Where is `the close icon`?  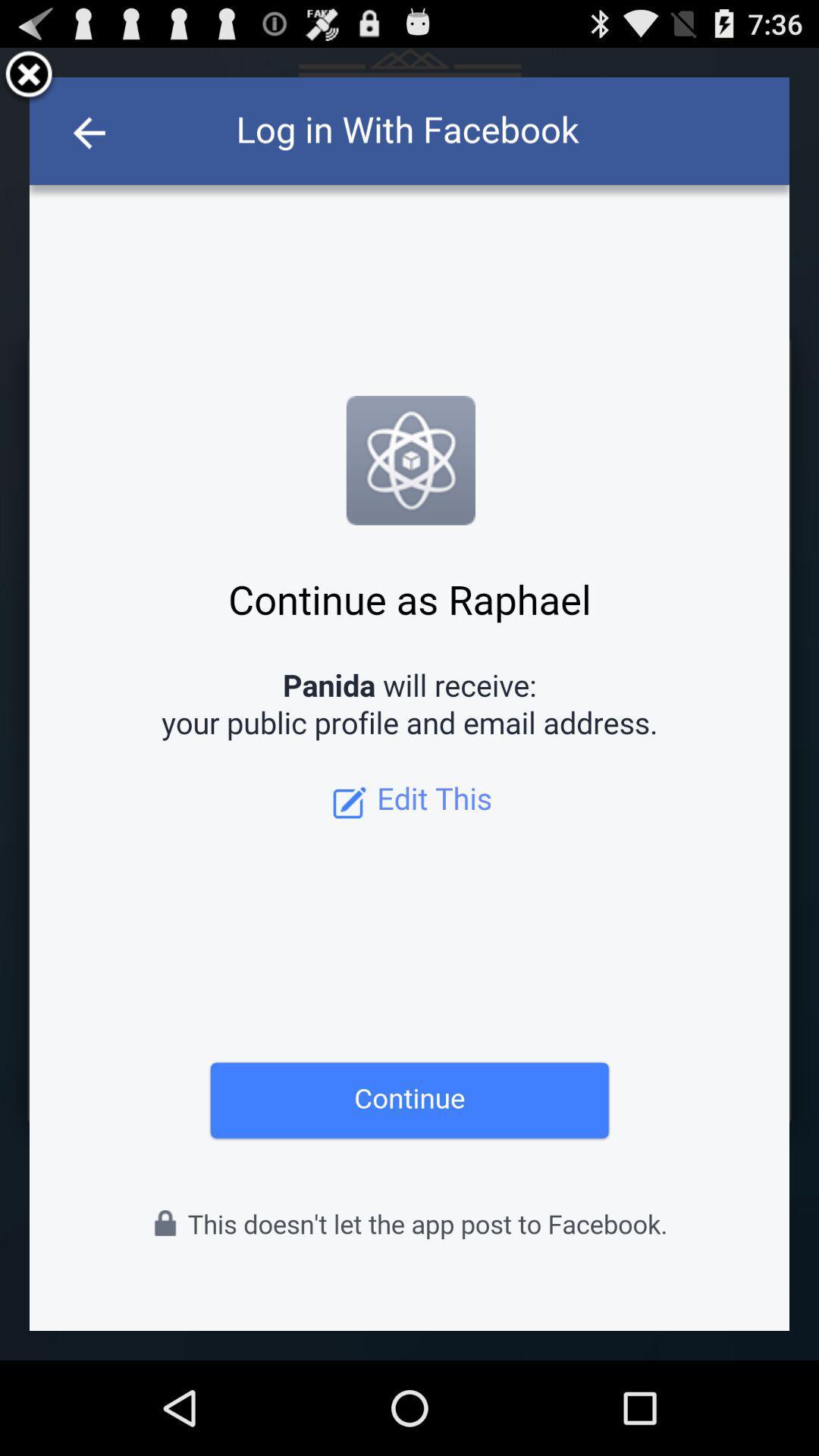 the close icon is located at coordinates (29, 81).